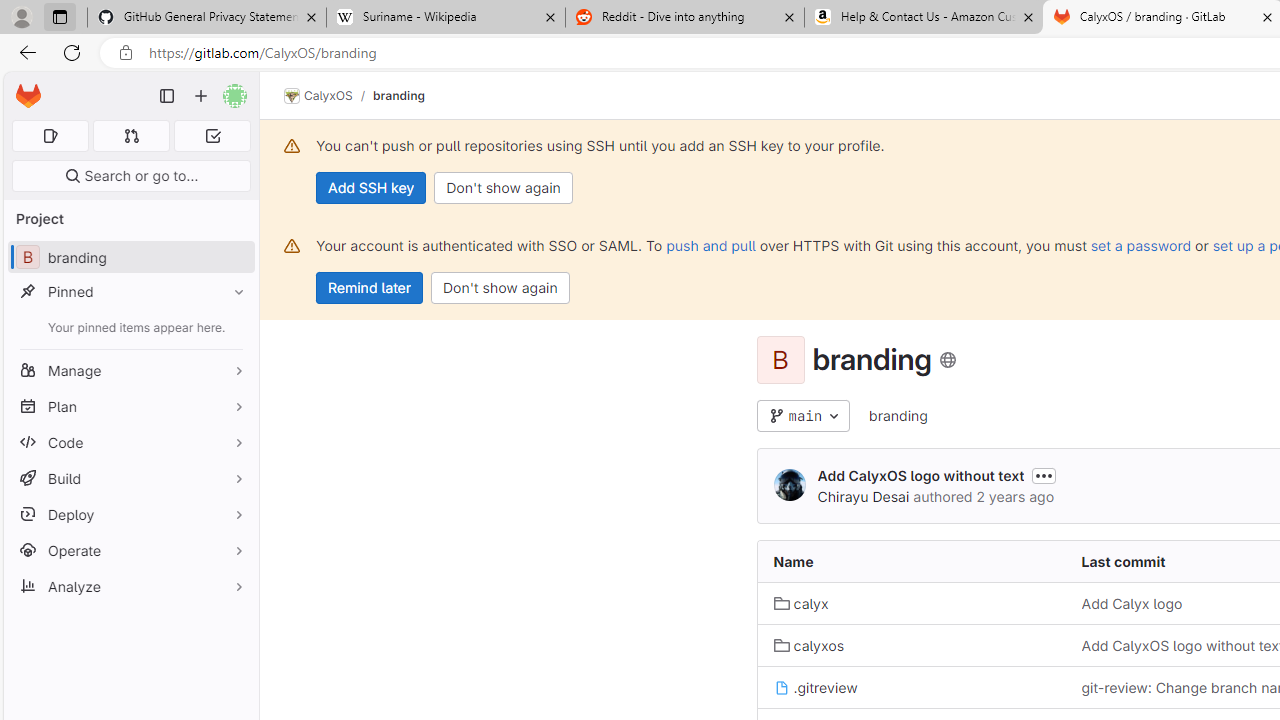 This screenshot has width=1280, height=720. Describe the element at coordinates (897, 415) in the screenshot. I see `'branding'` at that location.